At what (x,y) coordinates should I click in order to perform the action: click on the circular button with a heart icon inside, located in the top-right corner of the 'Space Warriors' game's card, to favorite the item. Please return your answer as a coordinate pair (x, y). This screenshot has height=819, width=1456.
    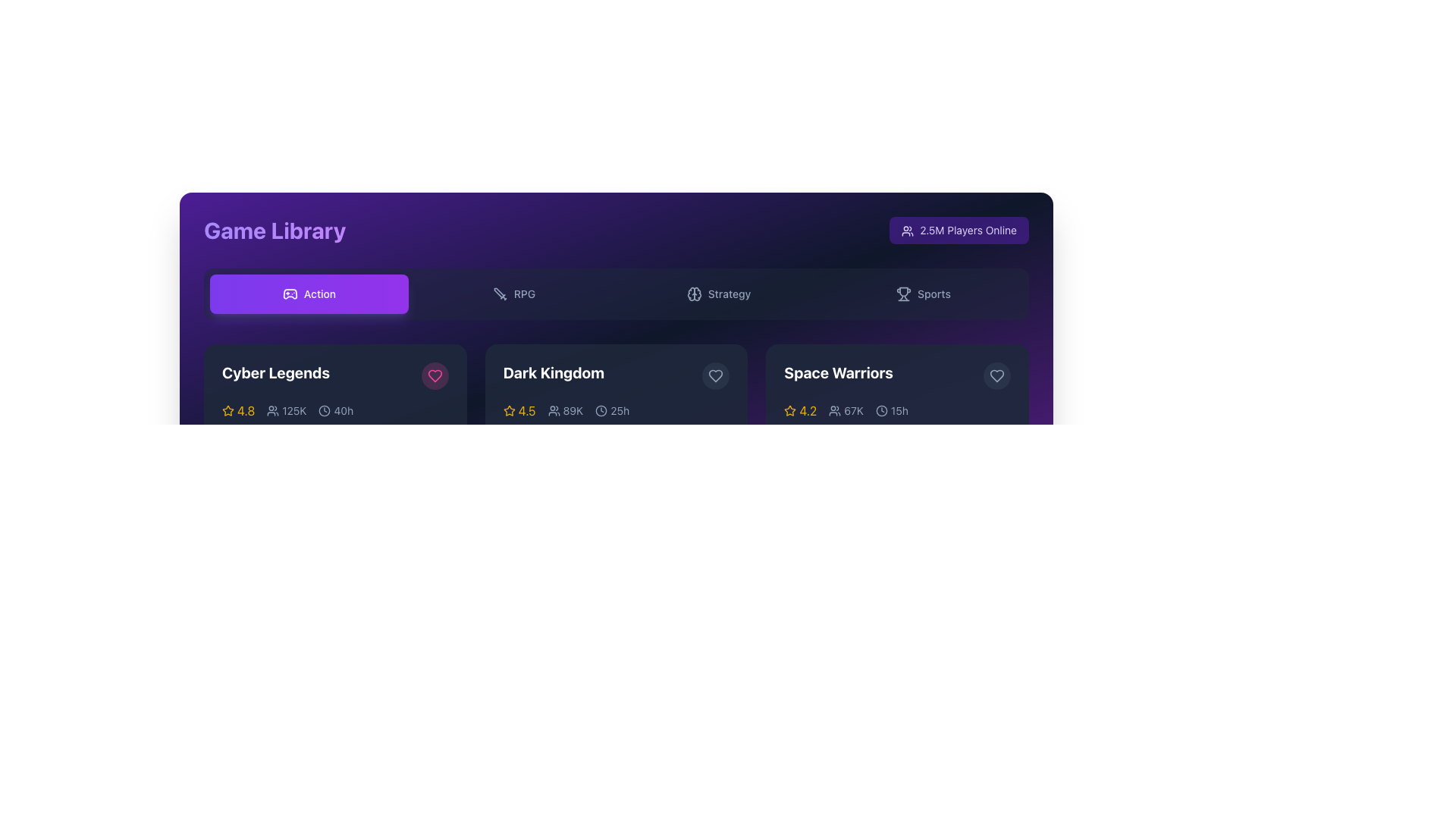
    Looking at the image, I should click on (997, 375).